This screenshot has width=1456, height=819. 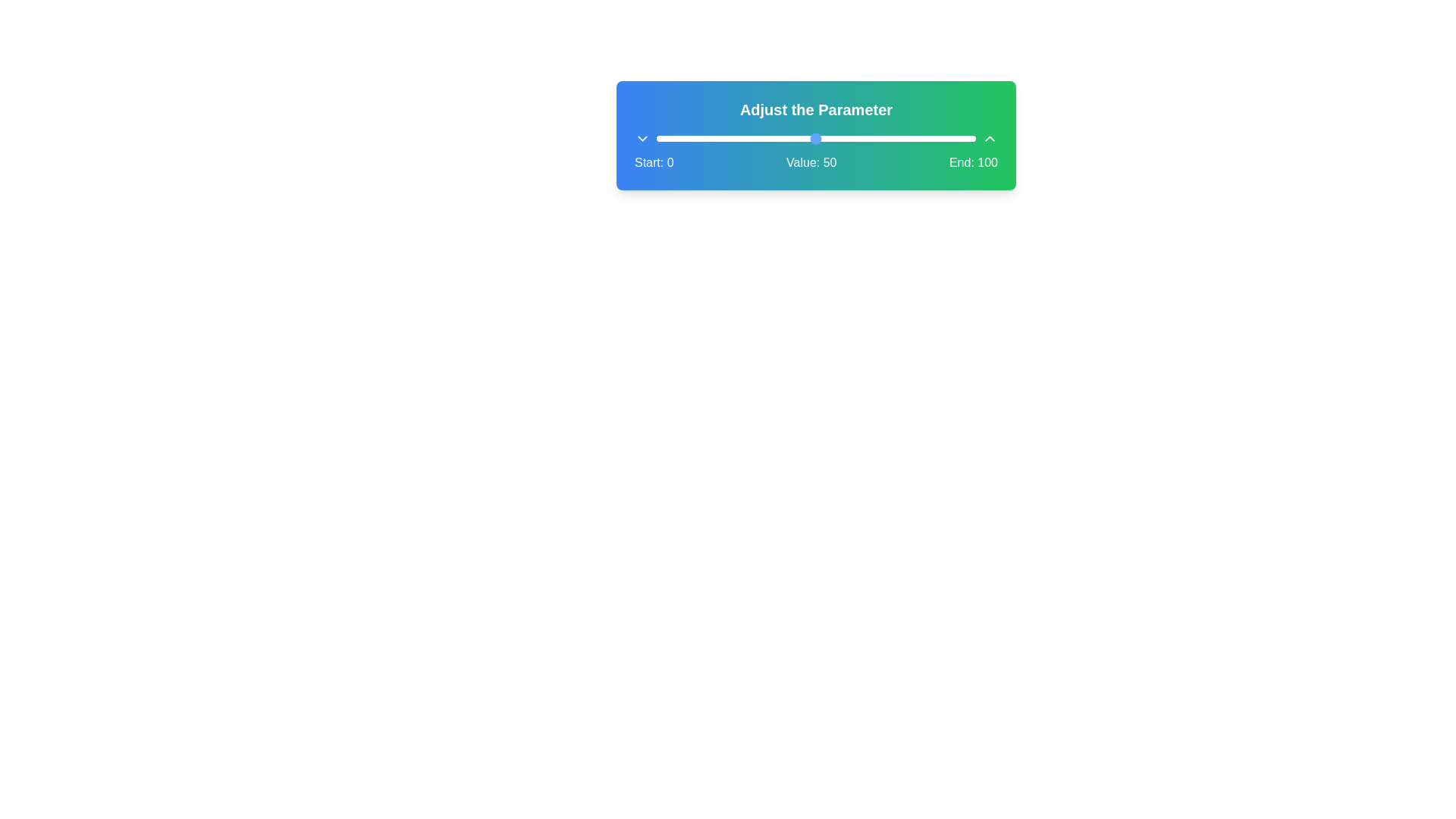 I want to click on the slider, so click(x=911, y=138).